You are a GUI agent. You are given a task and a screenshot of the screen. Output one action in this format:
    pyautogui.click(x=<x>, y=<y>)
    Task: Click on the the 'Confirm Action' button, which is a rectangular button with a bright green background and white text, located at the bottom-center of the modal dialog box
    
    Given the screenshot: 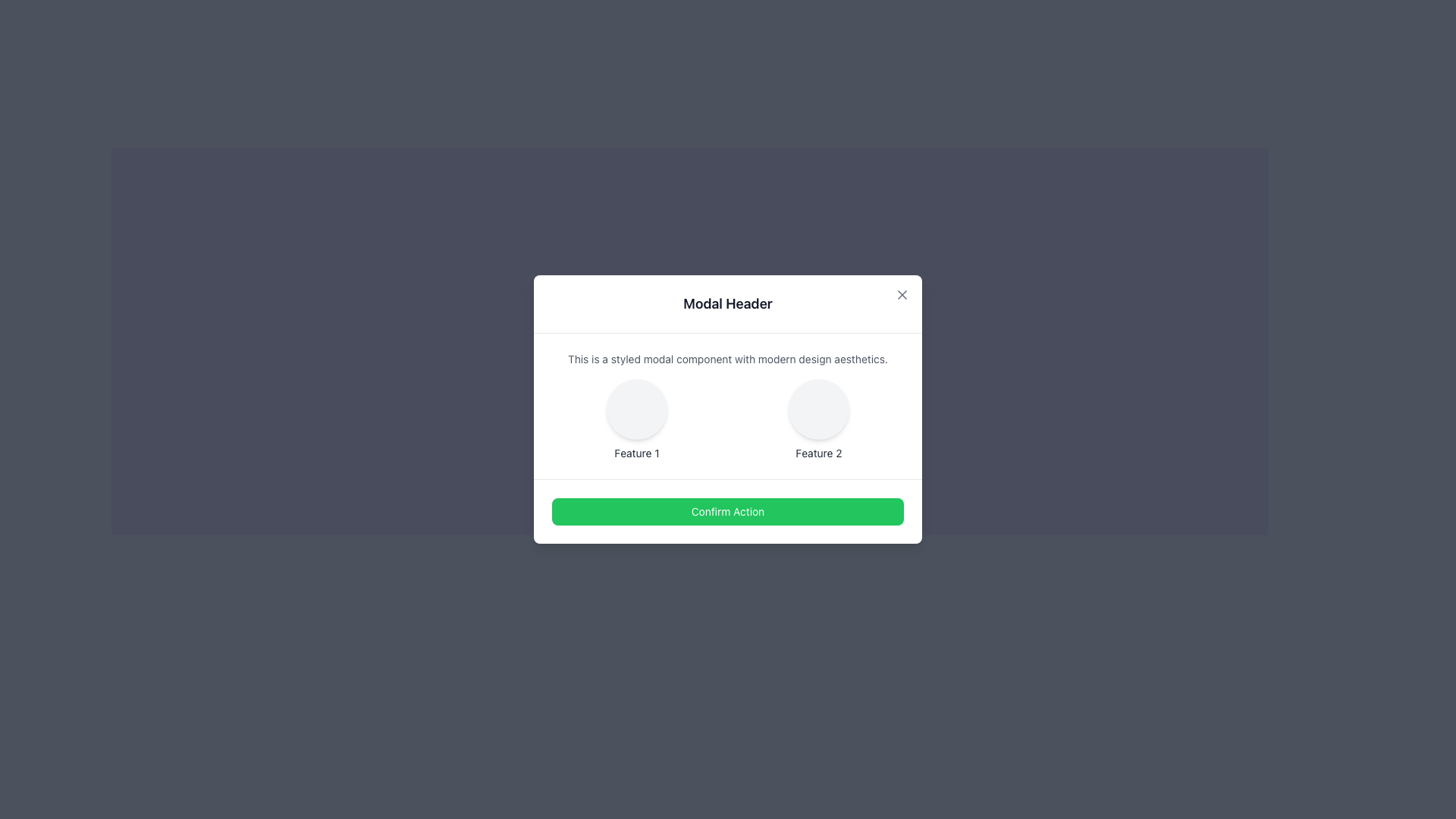 What is the action you would take?
    pyautogui.click(x=728, y=512)
    